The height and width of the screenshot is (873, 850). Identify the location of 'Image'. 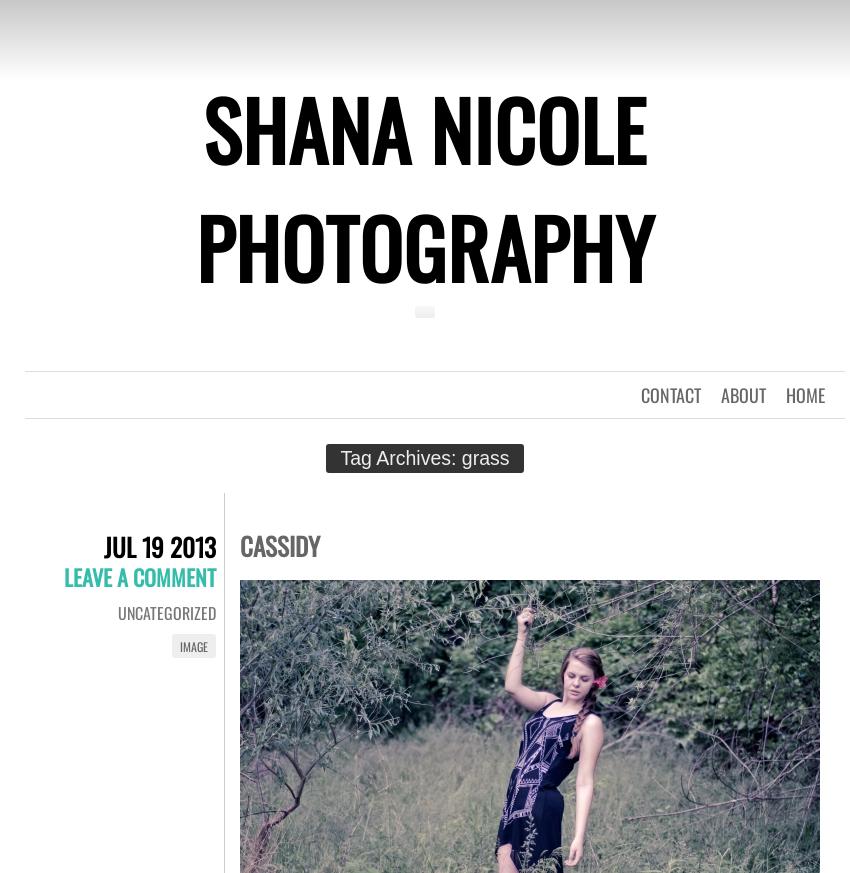
(179, 646).